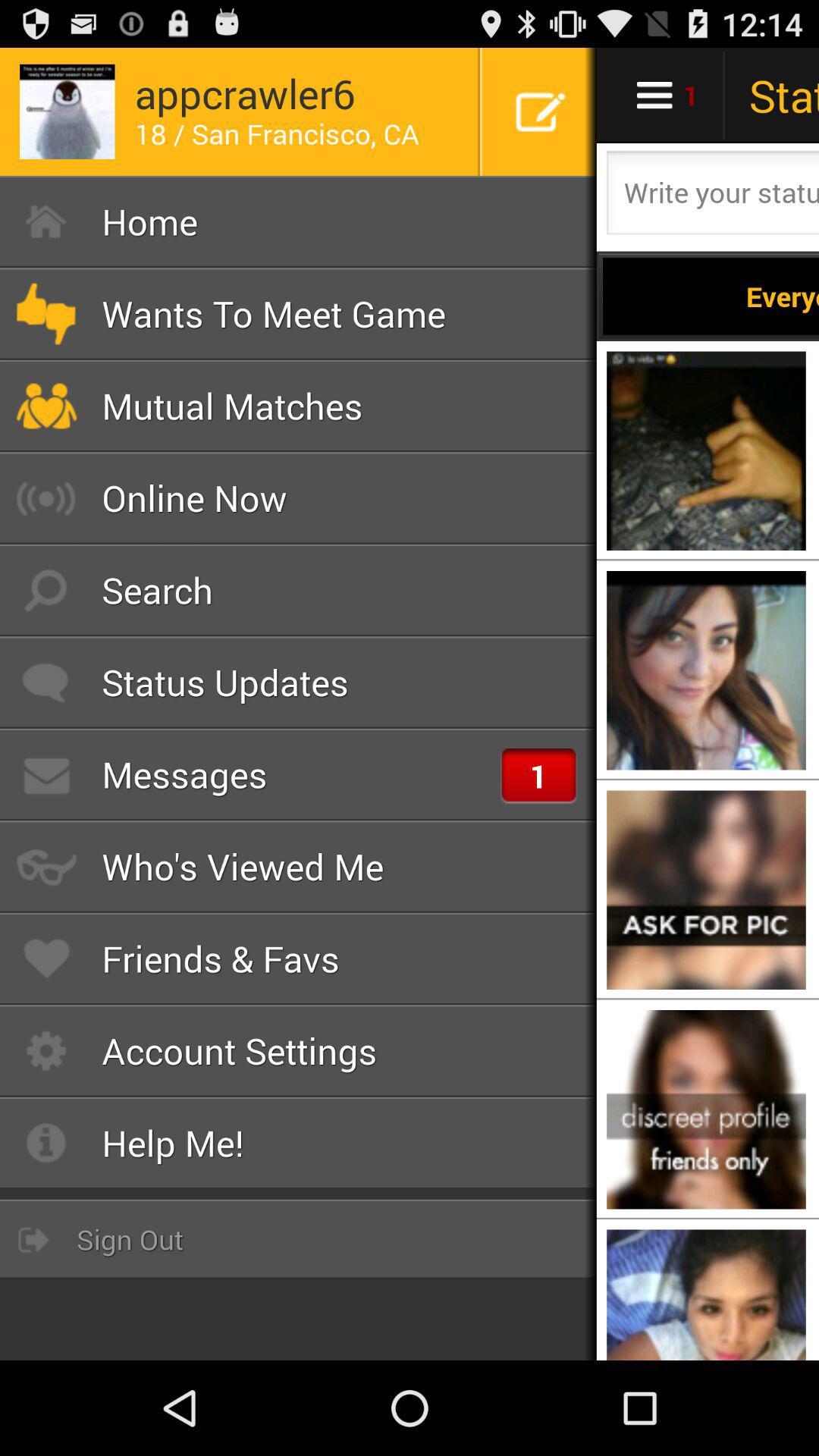 This screenshot has height=1456, width=819. I want to click on the search icon, so click(298, 589).